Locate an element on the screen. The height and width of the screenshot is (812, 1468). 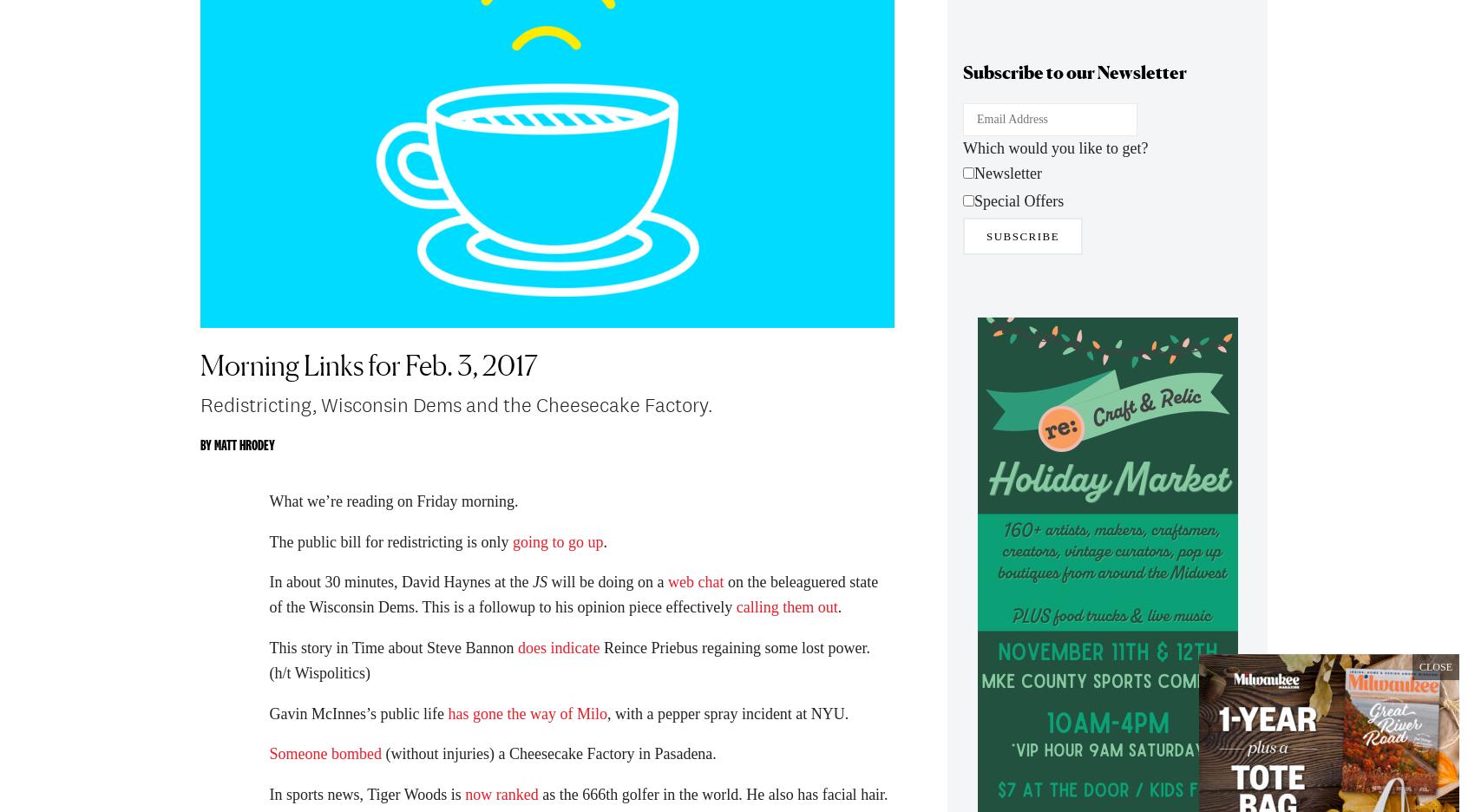
'will be doing on a' is located at coordinates (606, 591).